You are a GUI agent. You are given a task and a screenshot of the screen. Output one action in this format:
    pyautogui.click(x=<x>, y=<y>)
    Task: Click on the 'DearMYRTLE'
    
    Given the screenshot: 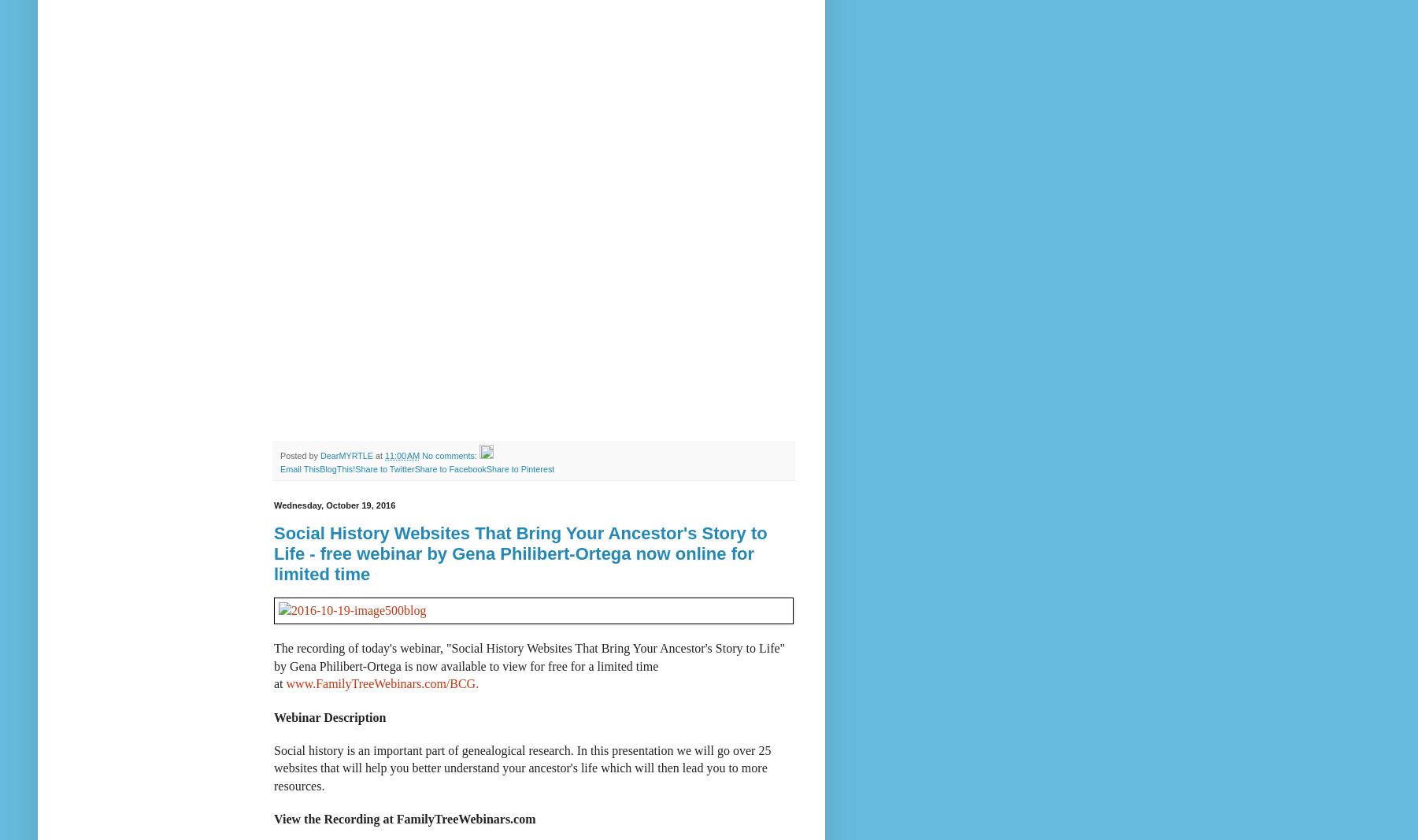 What is the action you would take?
    pyautogui.click(x=346, y=454)
    